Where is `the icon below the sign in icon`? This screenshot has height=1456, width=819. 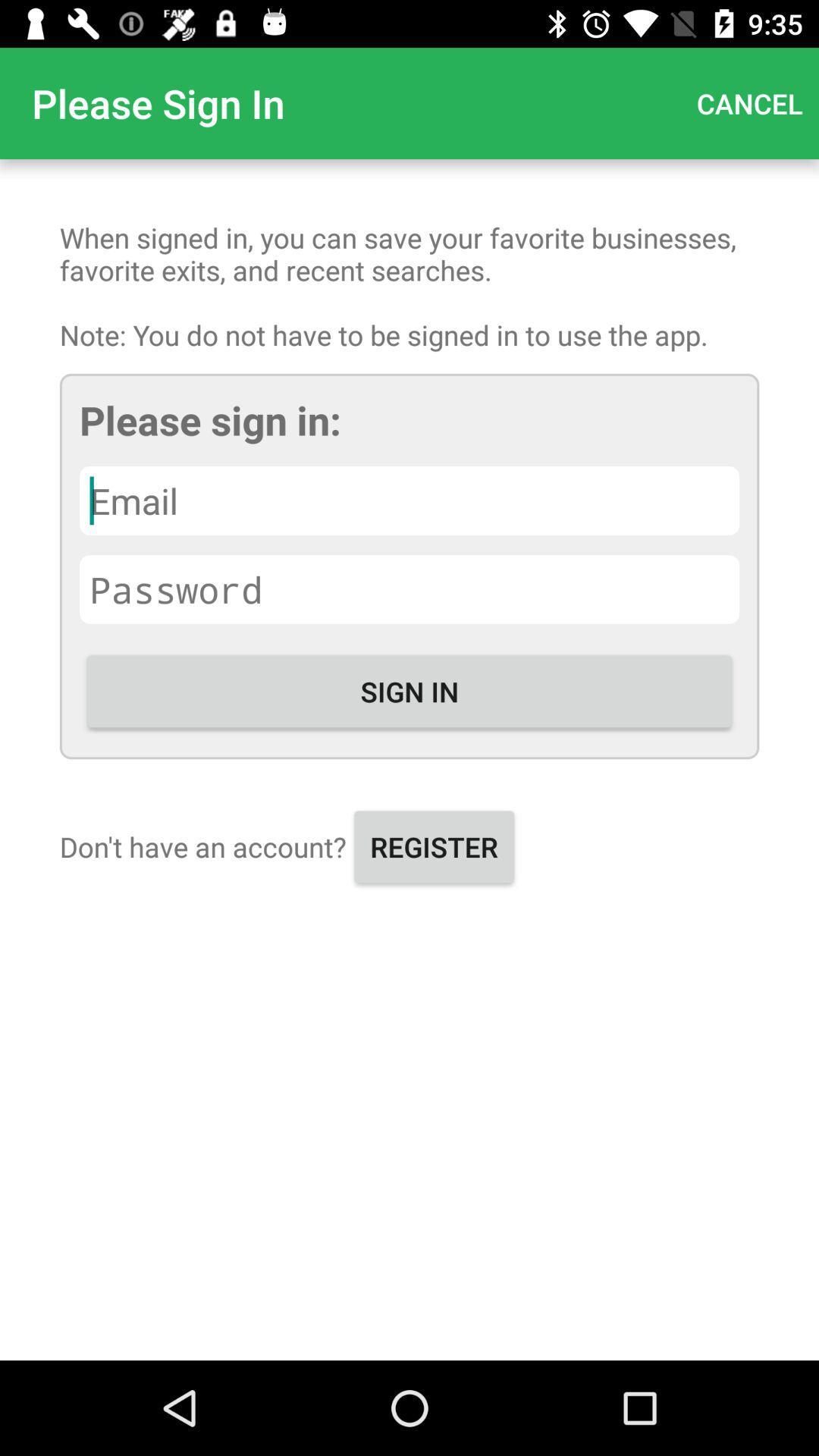
the icon below the sign in icon is located at coordinates (434, 846).